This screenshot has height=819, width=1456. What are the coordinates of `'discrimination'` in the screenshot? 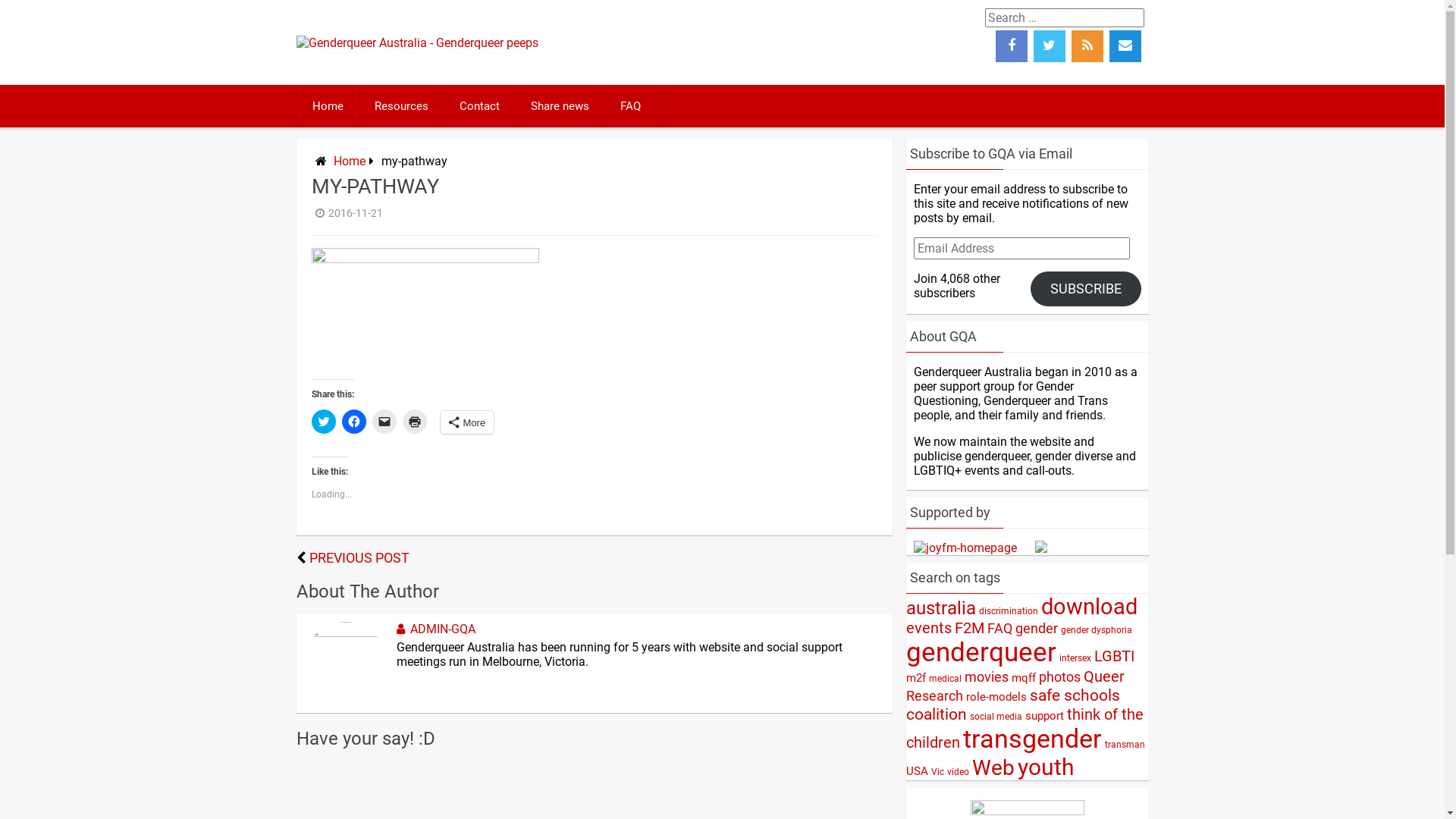 It's located at (1008, 610).